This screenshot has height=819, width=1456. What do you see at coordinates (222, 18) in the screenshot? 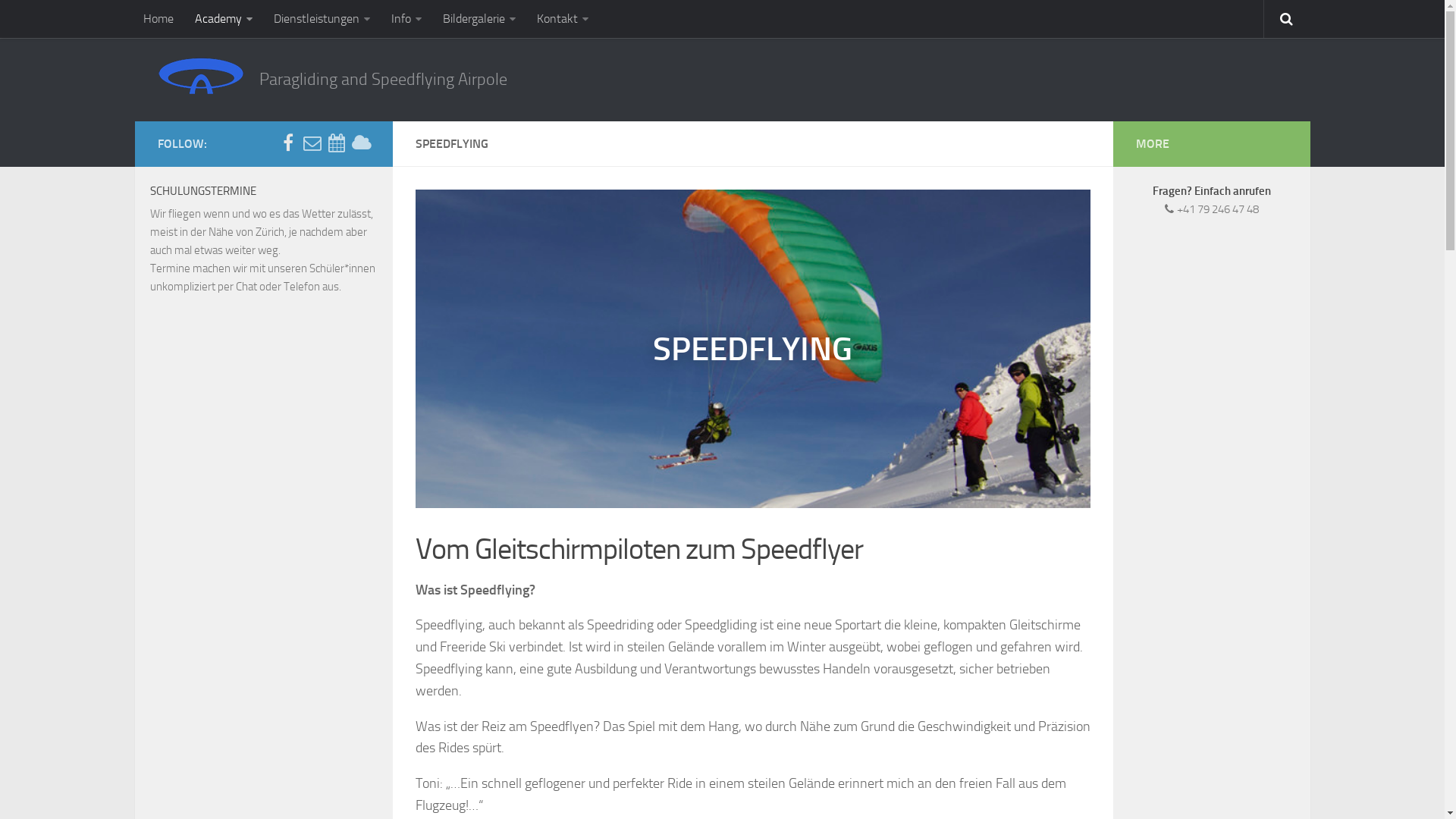
I see `'Academy'` at bounding box center [222, 18].